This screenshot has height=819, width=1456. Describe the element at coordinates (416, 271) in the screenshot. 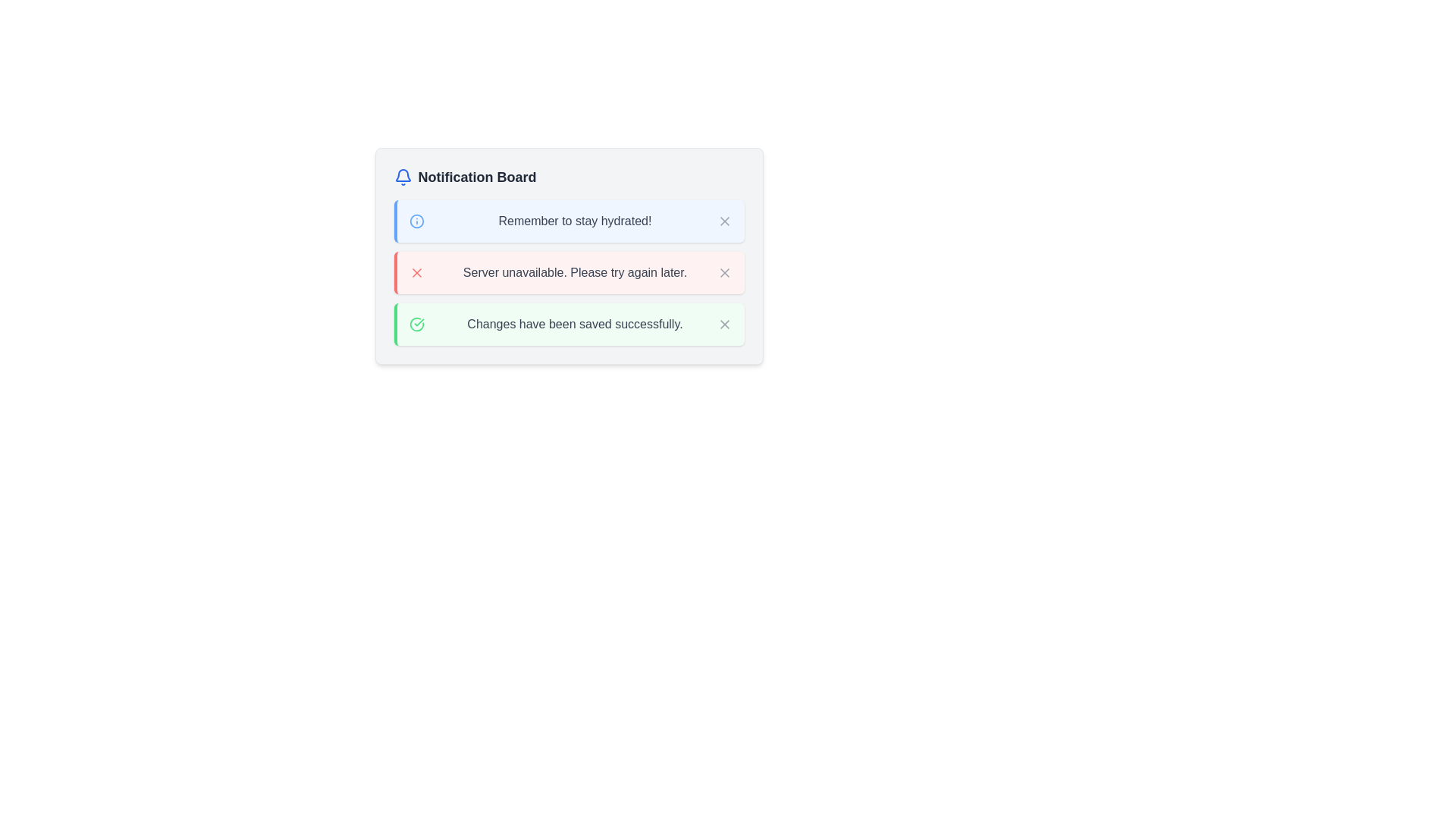

I see `the red 'X' icon located in the top left corner of the notification card that indicates 'Server unavailable. Please try again later.'` at that location.